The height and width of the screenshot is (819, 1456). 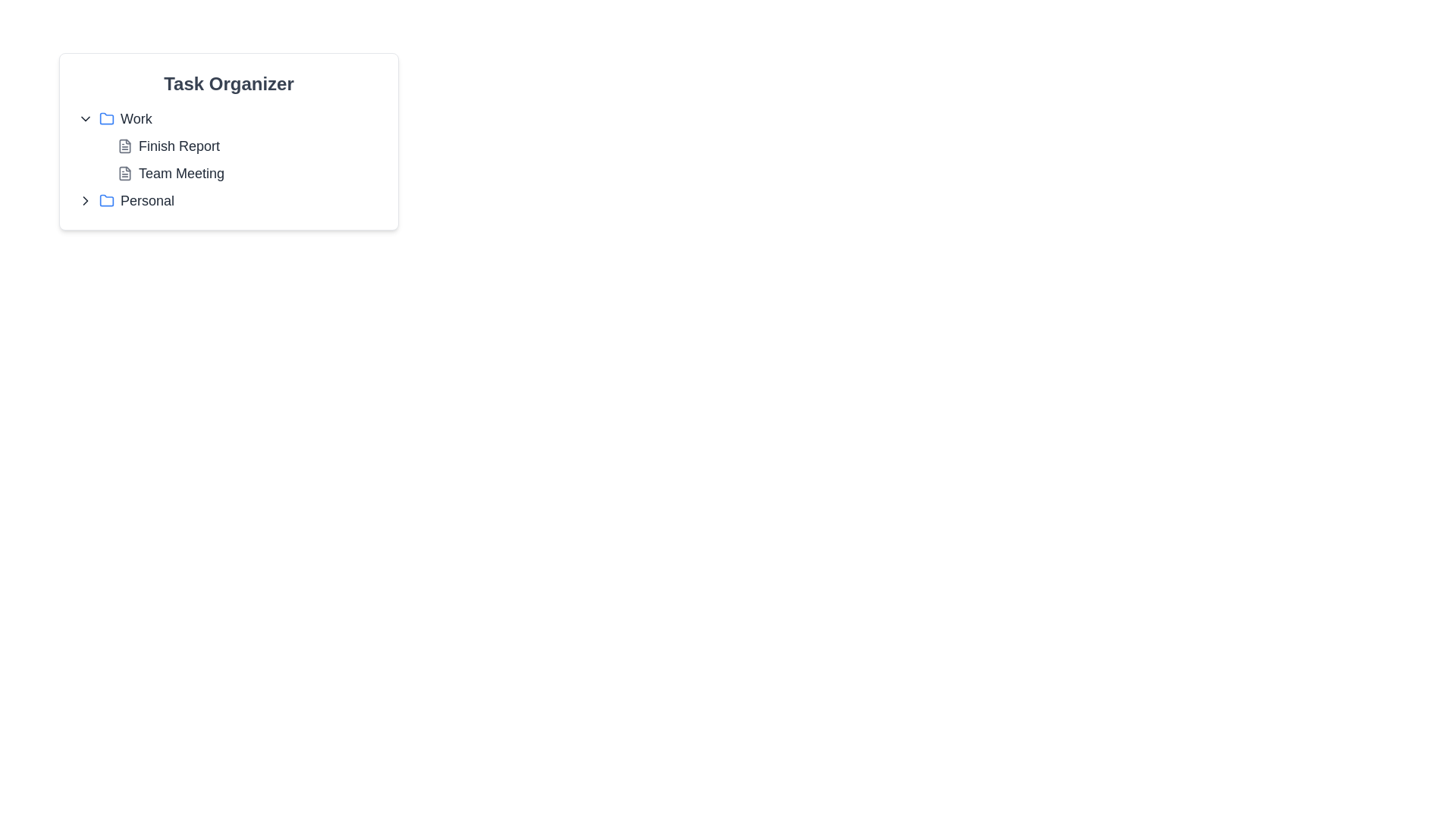 What do you see at coordinates (85, 200) in the screenshot?
I see `the chevron icon toggle button for the 'Personal' list entry to potentially display more information or highlight it` at bounding box center [85, 200].